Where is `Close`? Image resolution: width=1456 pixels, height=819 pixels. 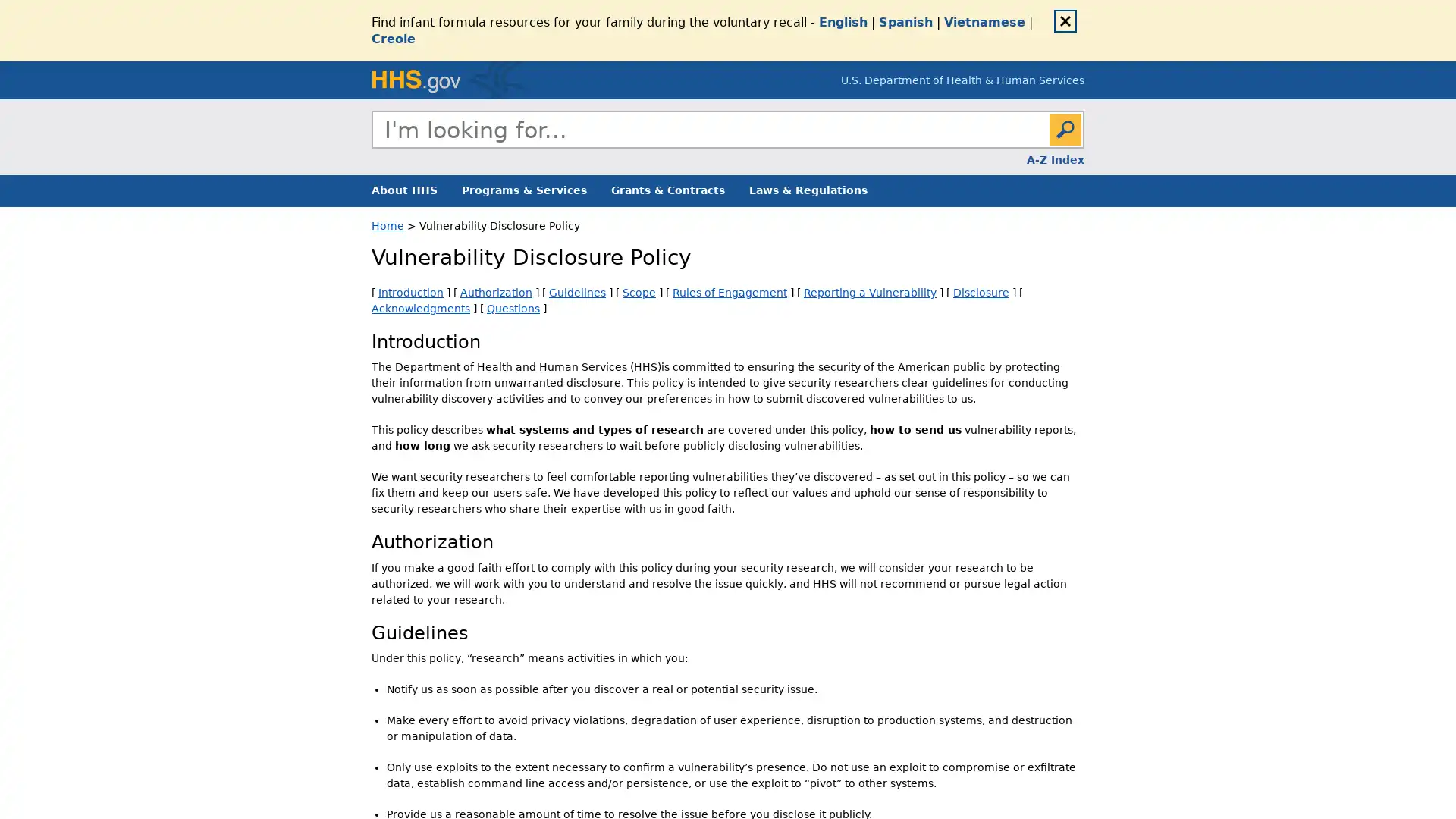 Close is located at coordinates (1083, 146).